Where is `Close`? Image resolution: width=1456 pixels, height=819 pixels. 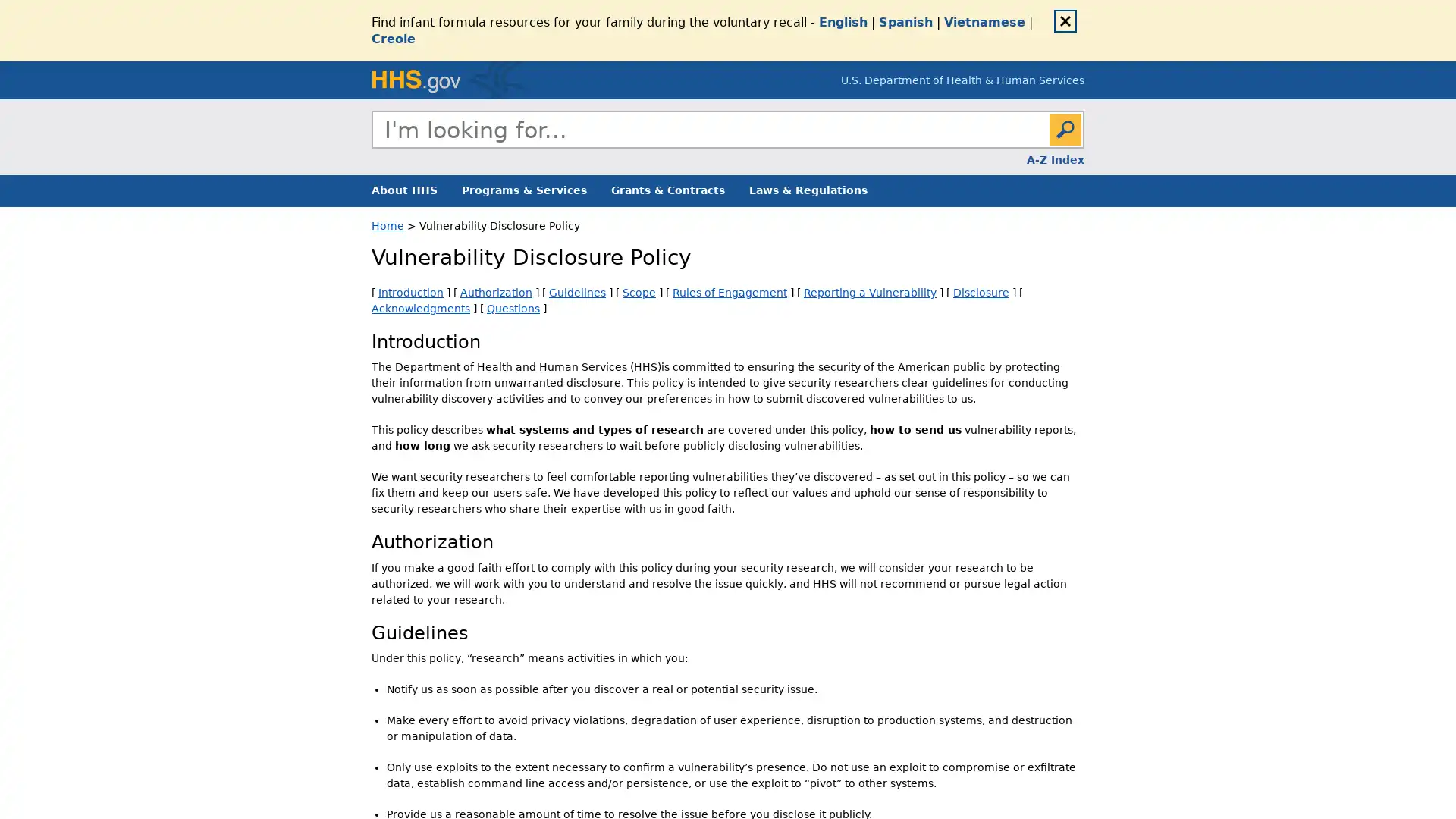 Close is located at coordinates (1083, 146).